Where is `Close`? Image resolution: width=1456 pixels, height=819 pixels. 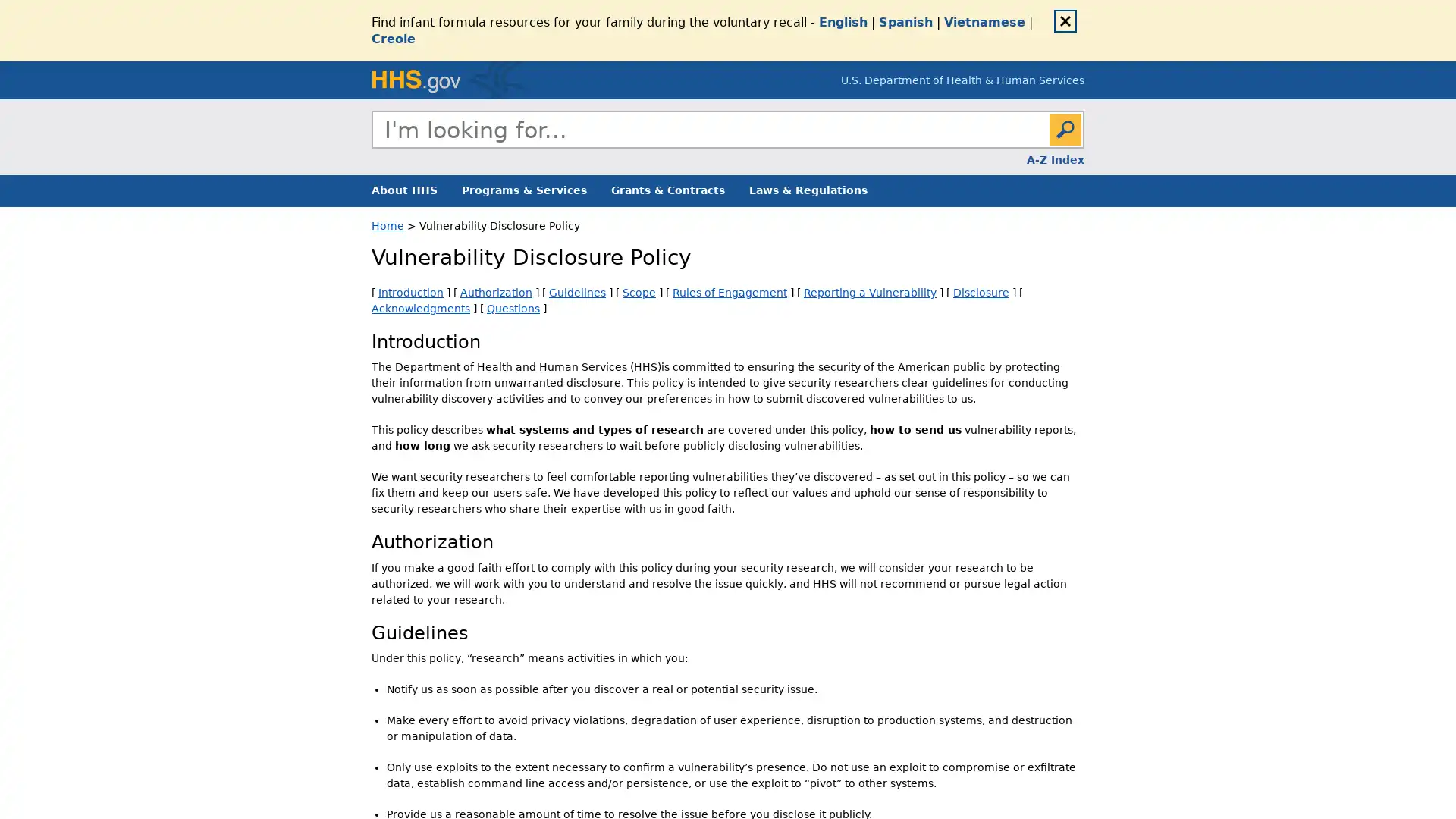 Close is located at coordinates (1083, 146).